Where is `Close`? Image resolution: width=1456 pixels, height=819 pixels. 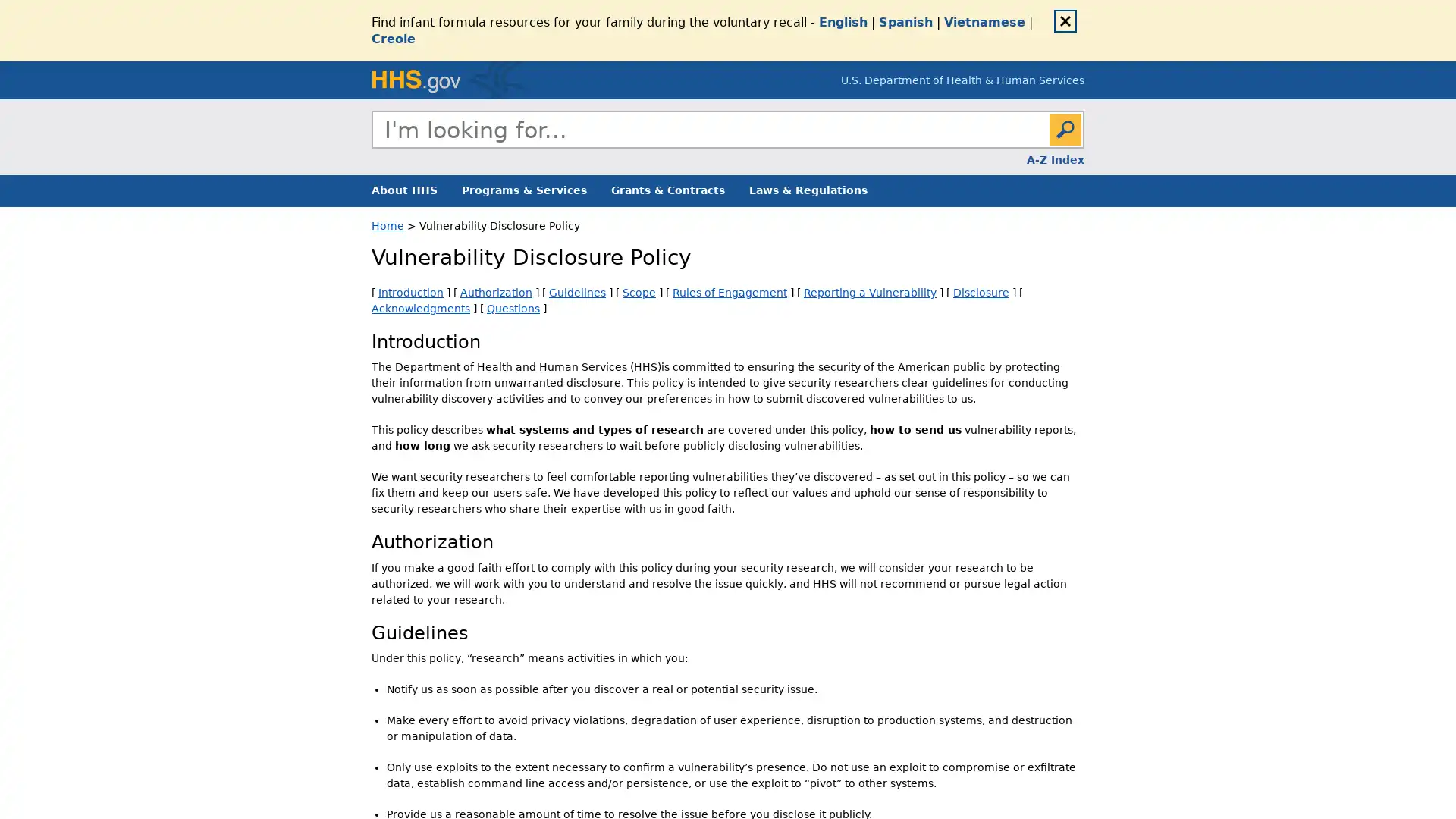 Close is located at coordinates (1083, 146).